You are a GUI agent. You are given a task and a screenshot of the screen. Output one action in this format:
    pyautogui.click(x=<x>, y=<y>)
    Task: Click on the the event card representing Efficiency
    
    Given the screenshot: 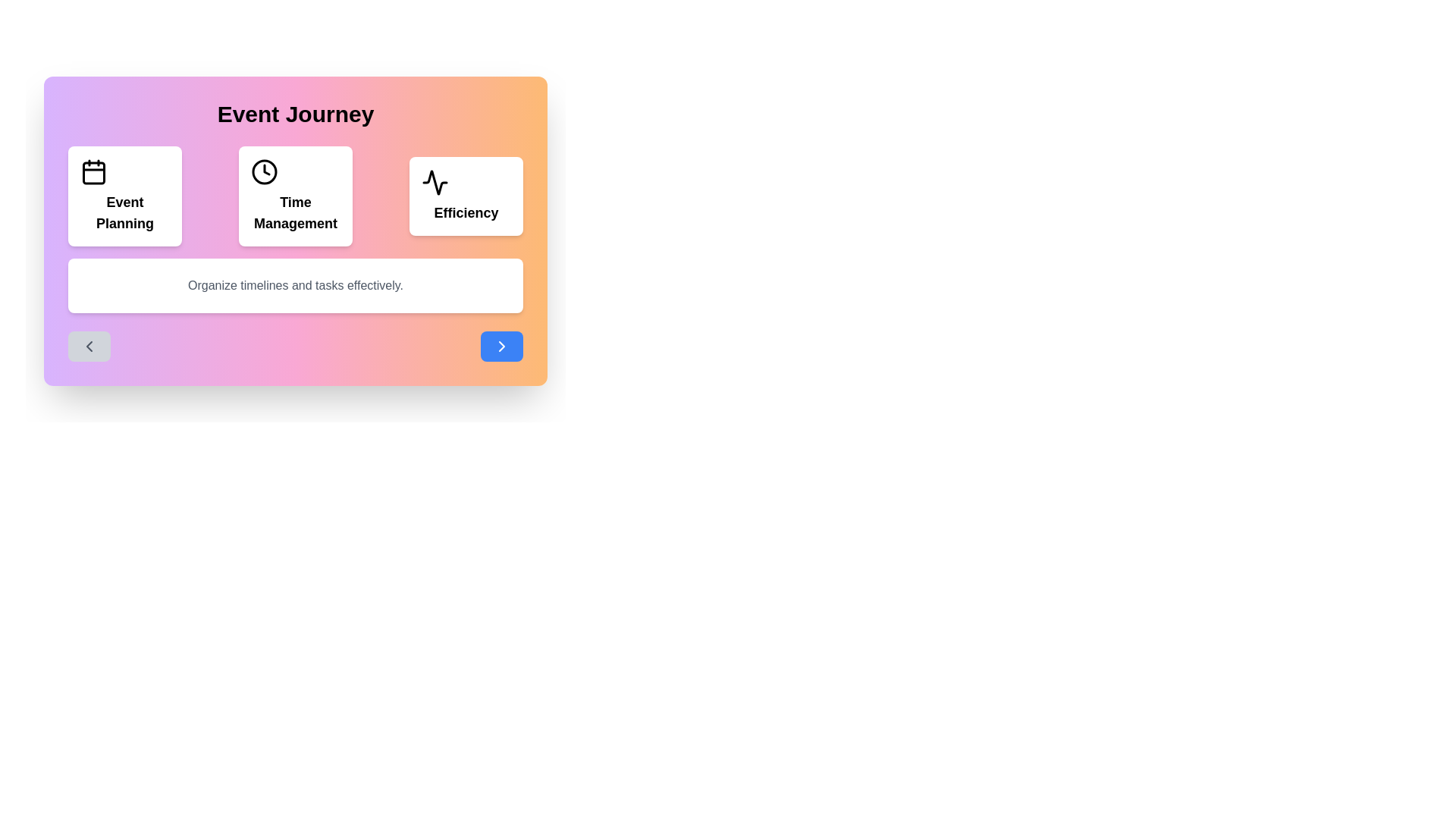 What is the action you would take?
    pyautogui.click(x=465, y=195)
    